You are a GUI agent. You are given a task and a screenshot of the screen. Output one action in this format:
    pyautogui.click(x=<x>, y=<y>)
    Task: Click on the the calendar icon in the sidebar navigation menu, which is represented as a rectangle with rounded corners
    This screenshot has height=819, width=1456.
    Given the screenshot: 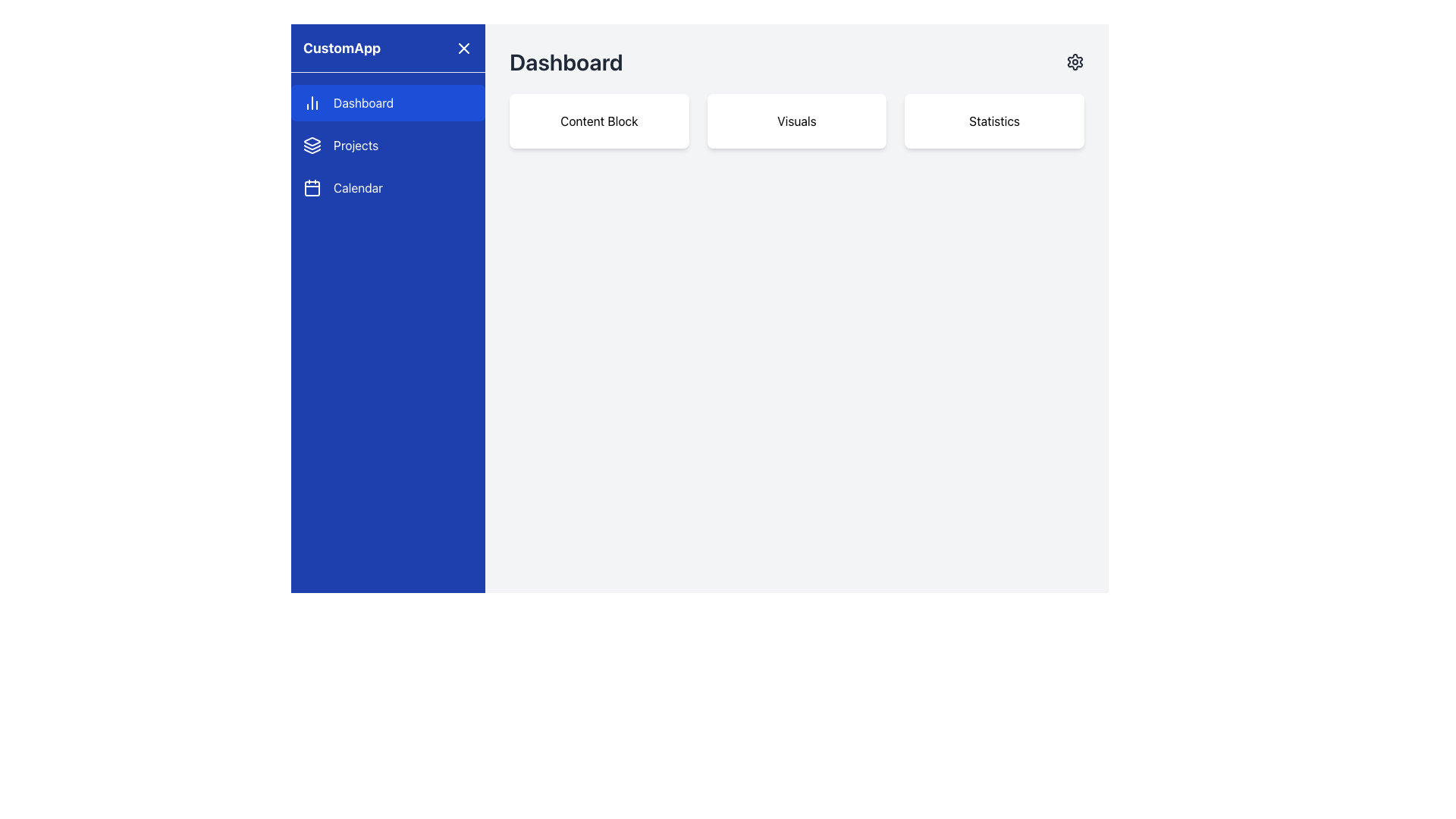 What is the action you would take?
    pyautogui.click(x=312, y=188)
    